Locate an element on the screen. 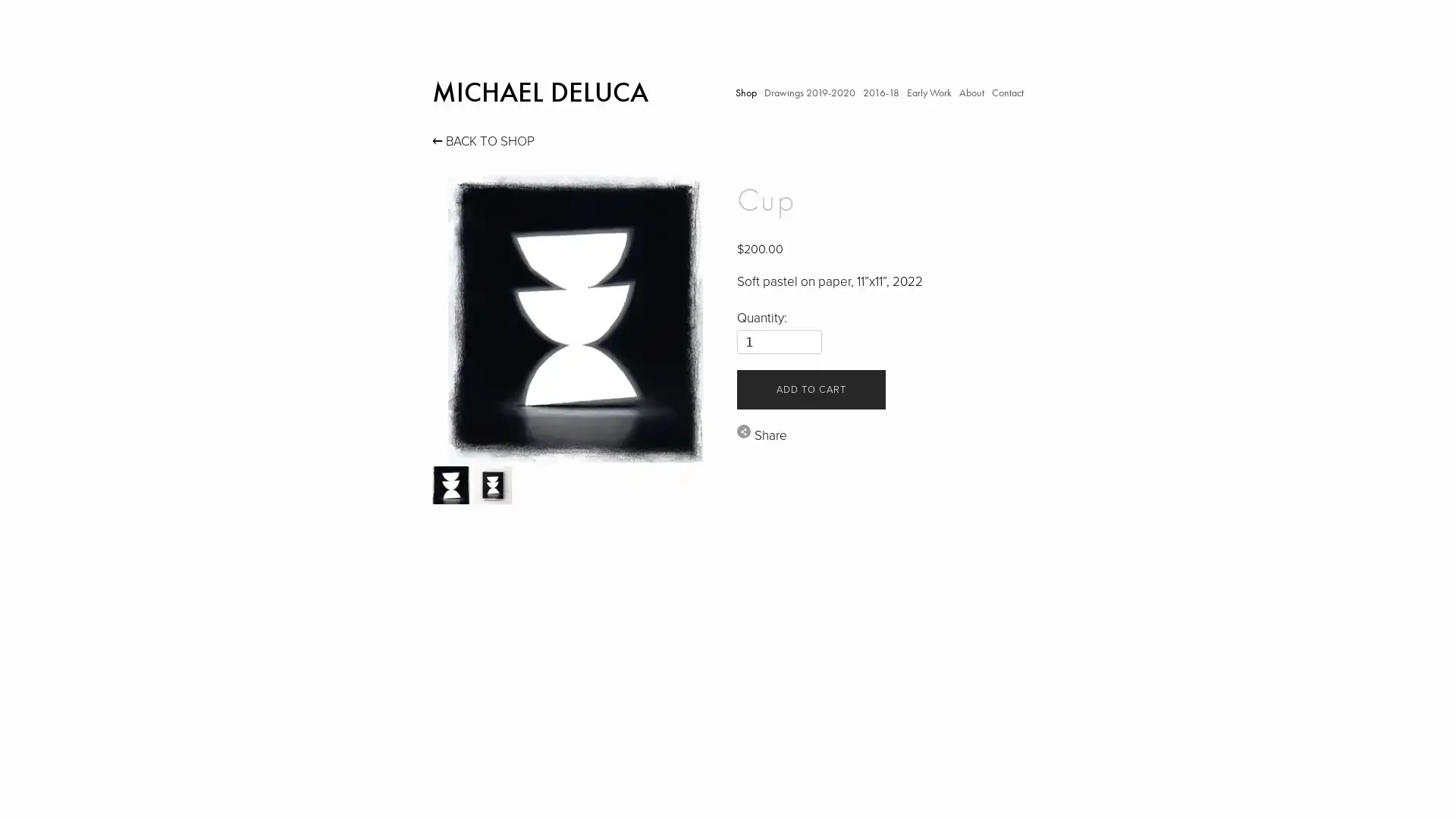 The height and width of the screenshot is (819, 1456). ADD TO CART is located at coordinates (810, 388).